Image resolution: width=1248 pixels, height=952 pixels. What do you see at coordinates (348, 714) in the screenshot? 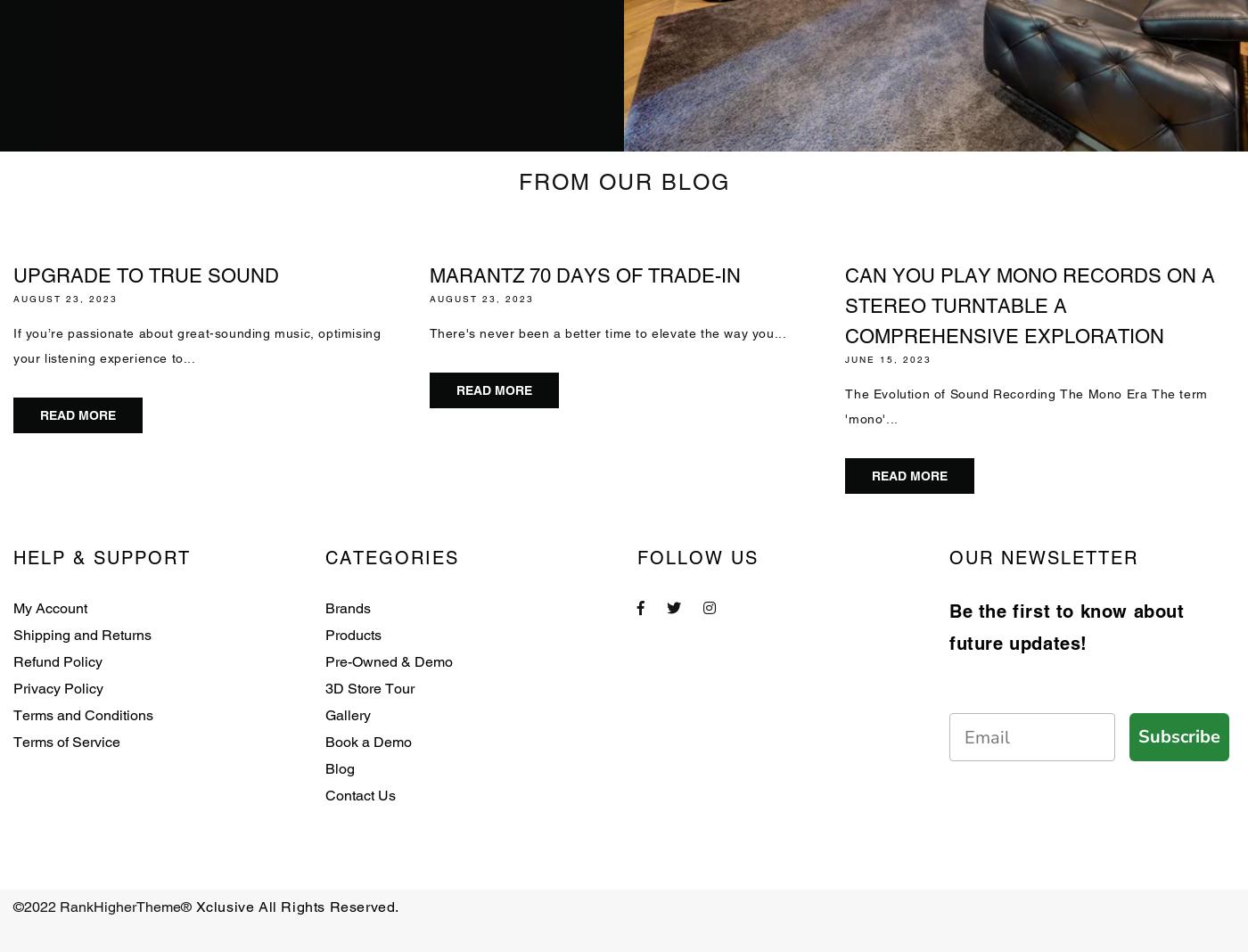
I see `'Gallery'` at bounding box center [348, 714].